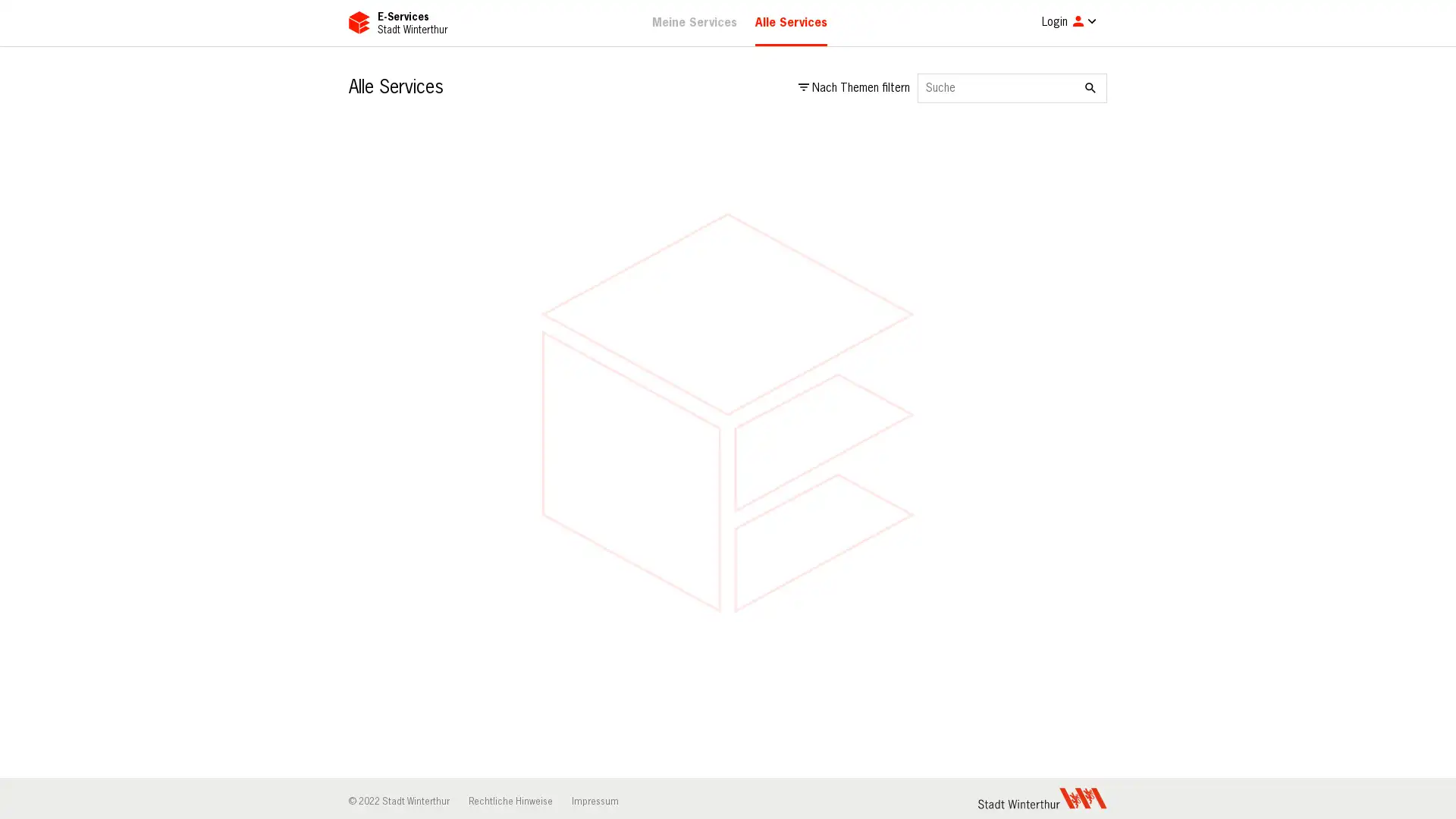 The image size is (1456, 819). What do you see at coordinates (568, 636) in the screenshot?
I see `Service Bargeldlos parkieren zu Meine Services hinzufugen` at bounding box center [568, 636].